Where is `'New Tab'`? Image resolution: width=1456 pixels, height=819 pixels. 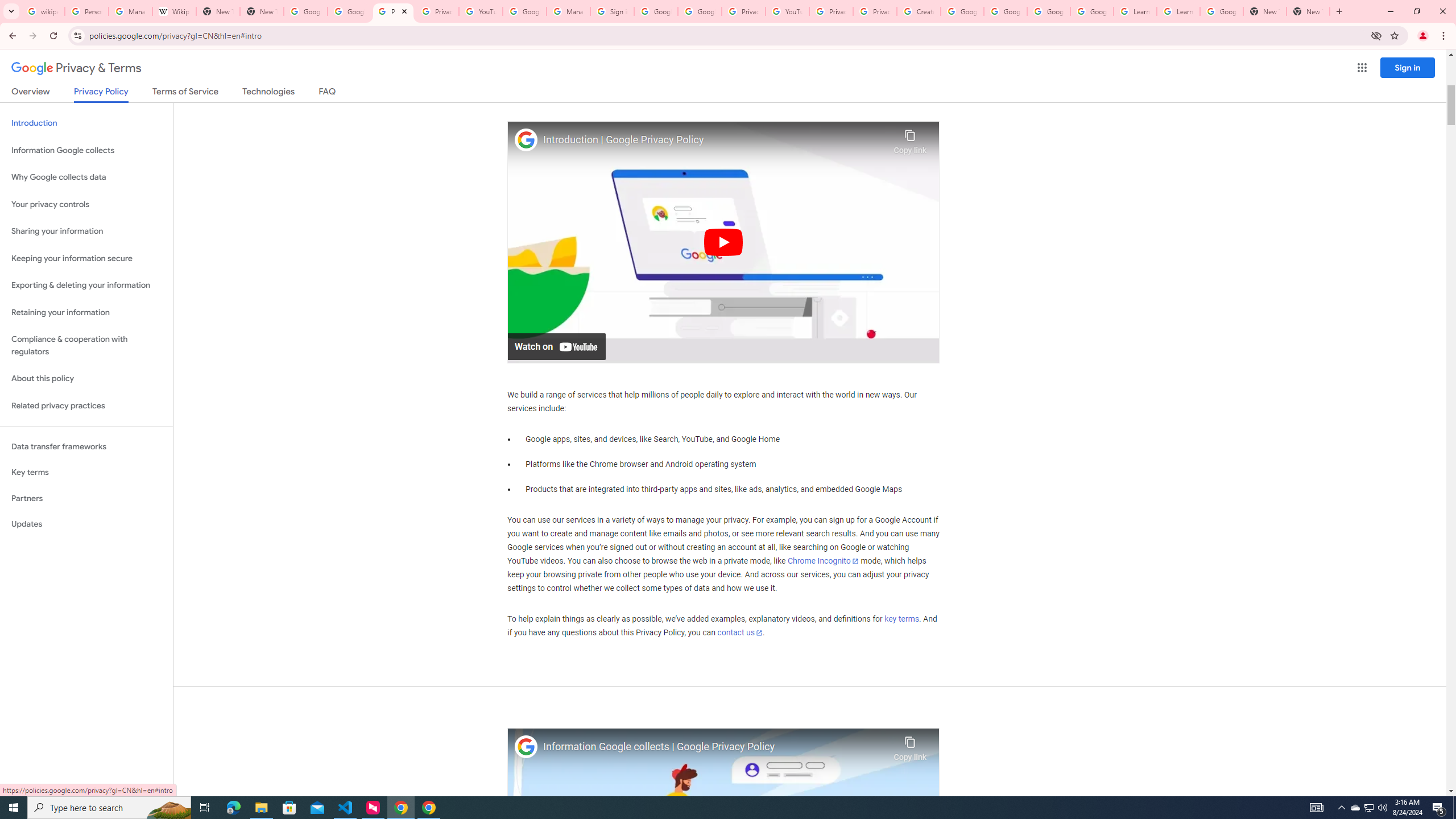
'New Tab' is located at coordinates (1308, 11).